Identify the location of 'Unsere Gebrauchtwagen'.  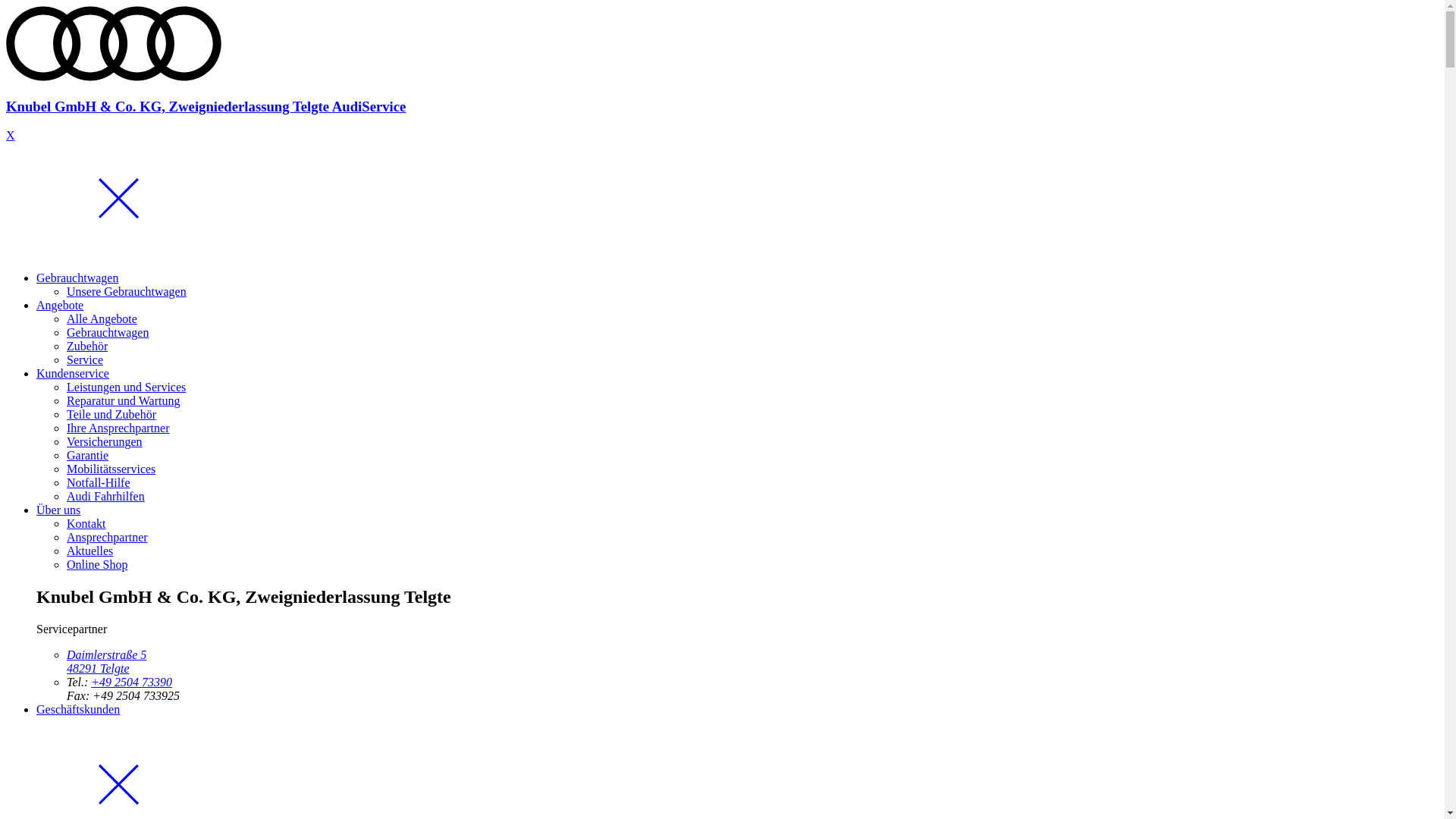
(65, 291).